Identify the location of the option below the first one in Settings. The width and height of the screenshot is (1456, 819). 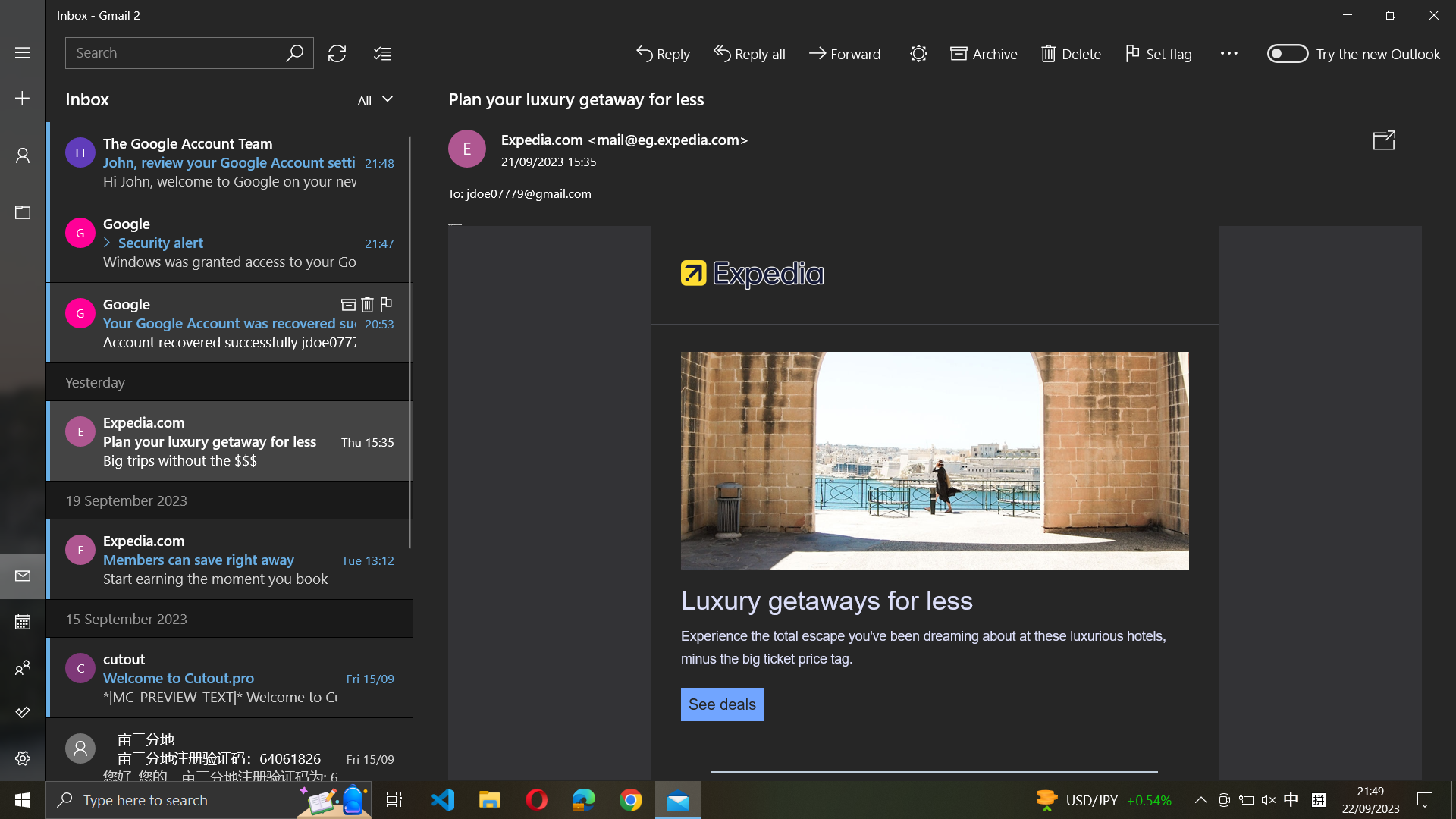
(22, 760).